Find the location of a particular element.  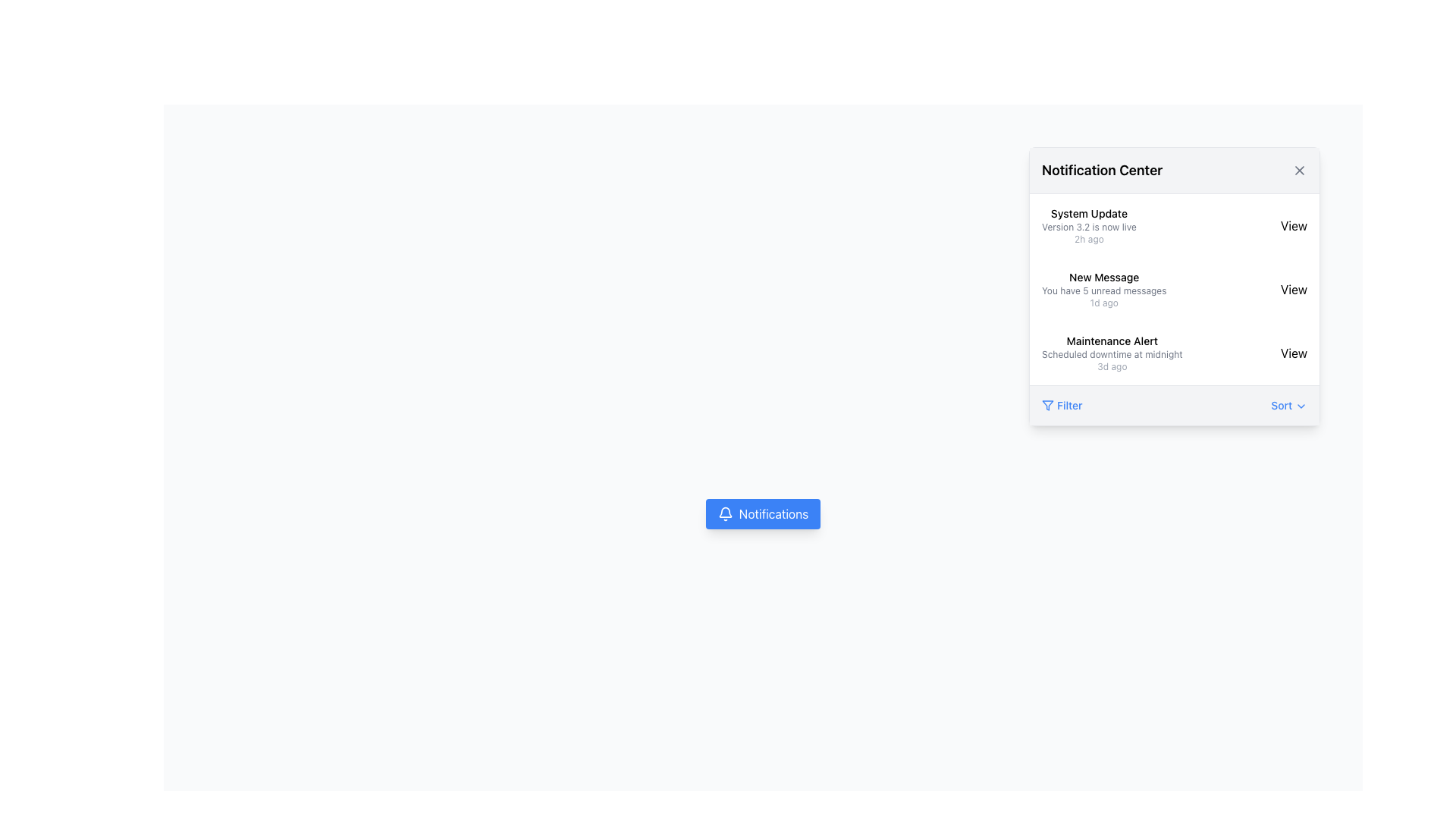

the descriptive text label that indicates unread messages, located in the notification panel beneath the 'New Message' title and above the timestamp '1d ago' is located at coordinates (1104, 291).